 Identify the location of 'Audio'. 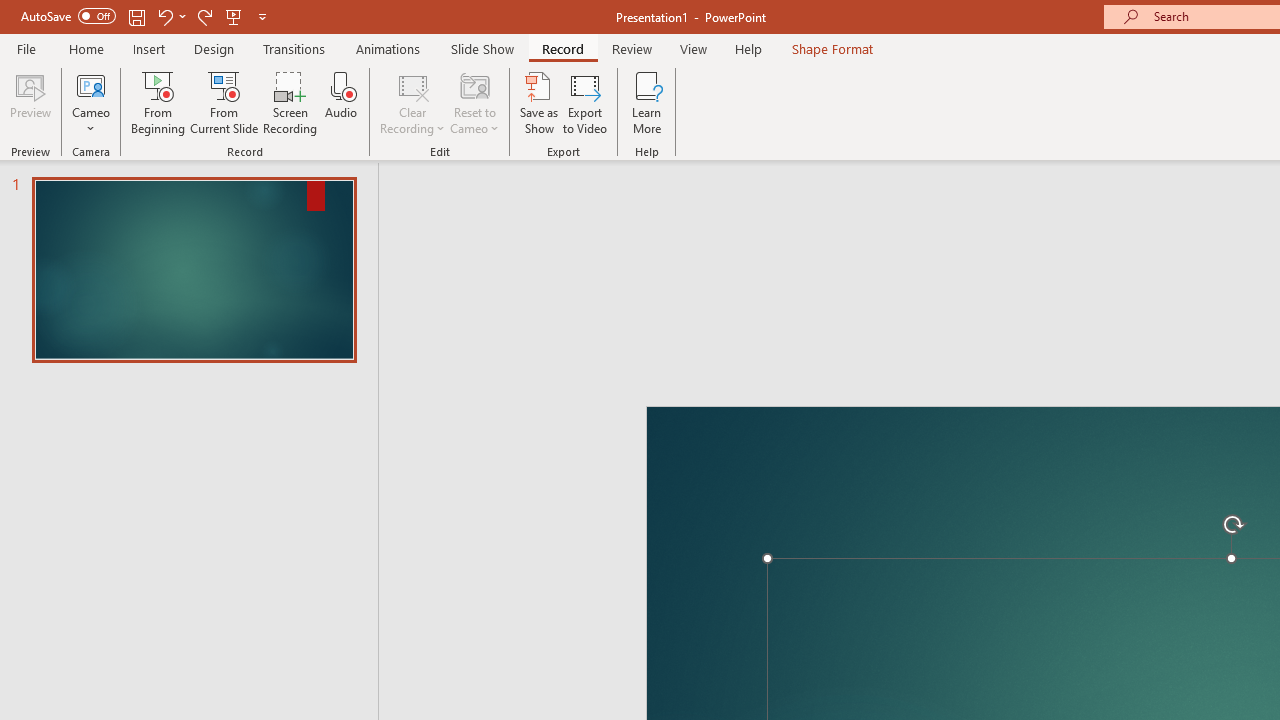
(341, 103).